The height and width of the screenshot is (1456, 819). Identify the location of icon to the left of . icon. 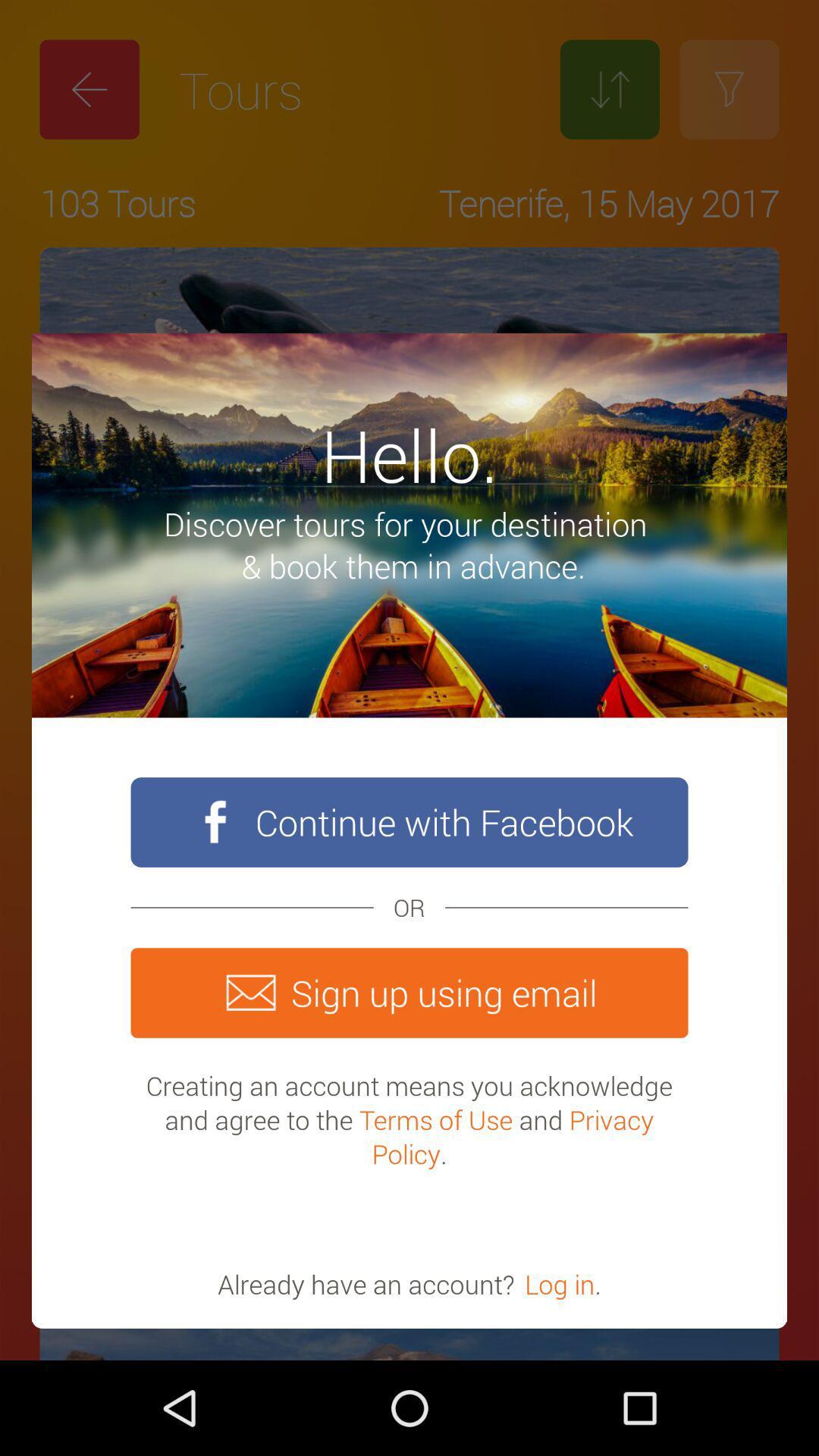
(560, 1283).